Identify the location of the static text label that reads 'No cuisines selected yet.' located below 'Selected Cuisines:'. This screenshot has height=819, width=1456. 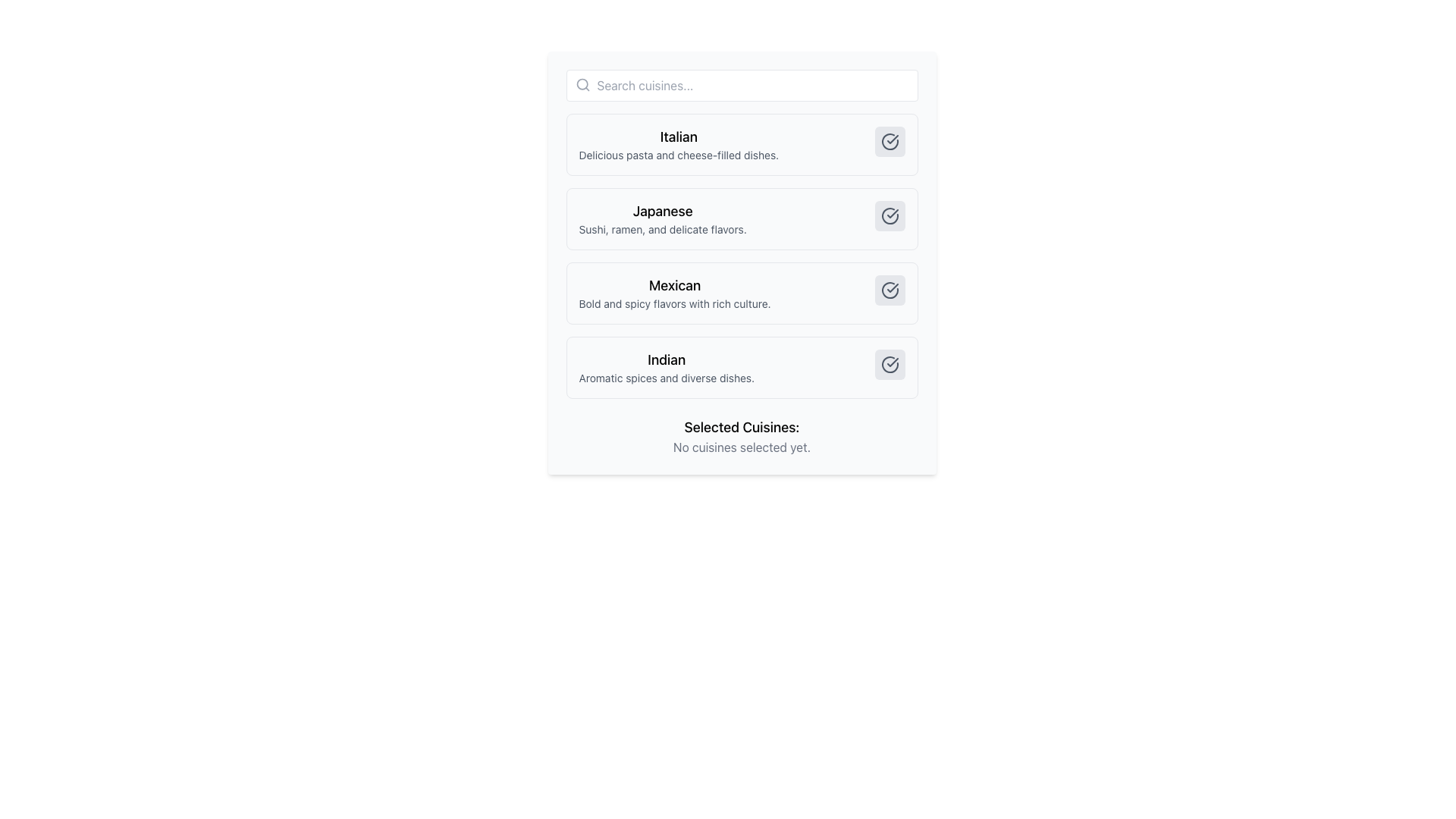
(742, 447).